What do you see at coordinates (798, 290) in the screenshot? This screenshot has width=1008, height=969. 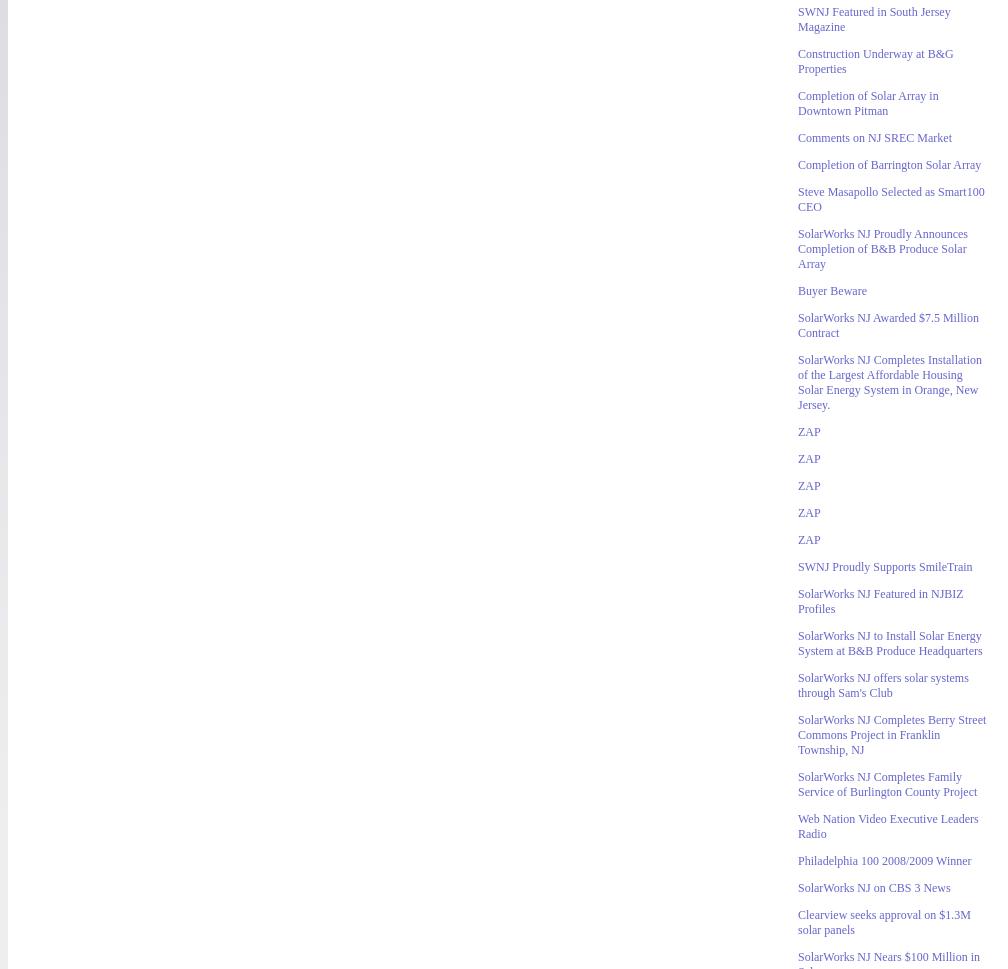 I see `'Buyer Beware'` at bounding box center [798, 290].